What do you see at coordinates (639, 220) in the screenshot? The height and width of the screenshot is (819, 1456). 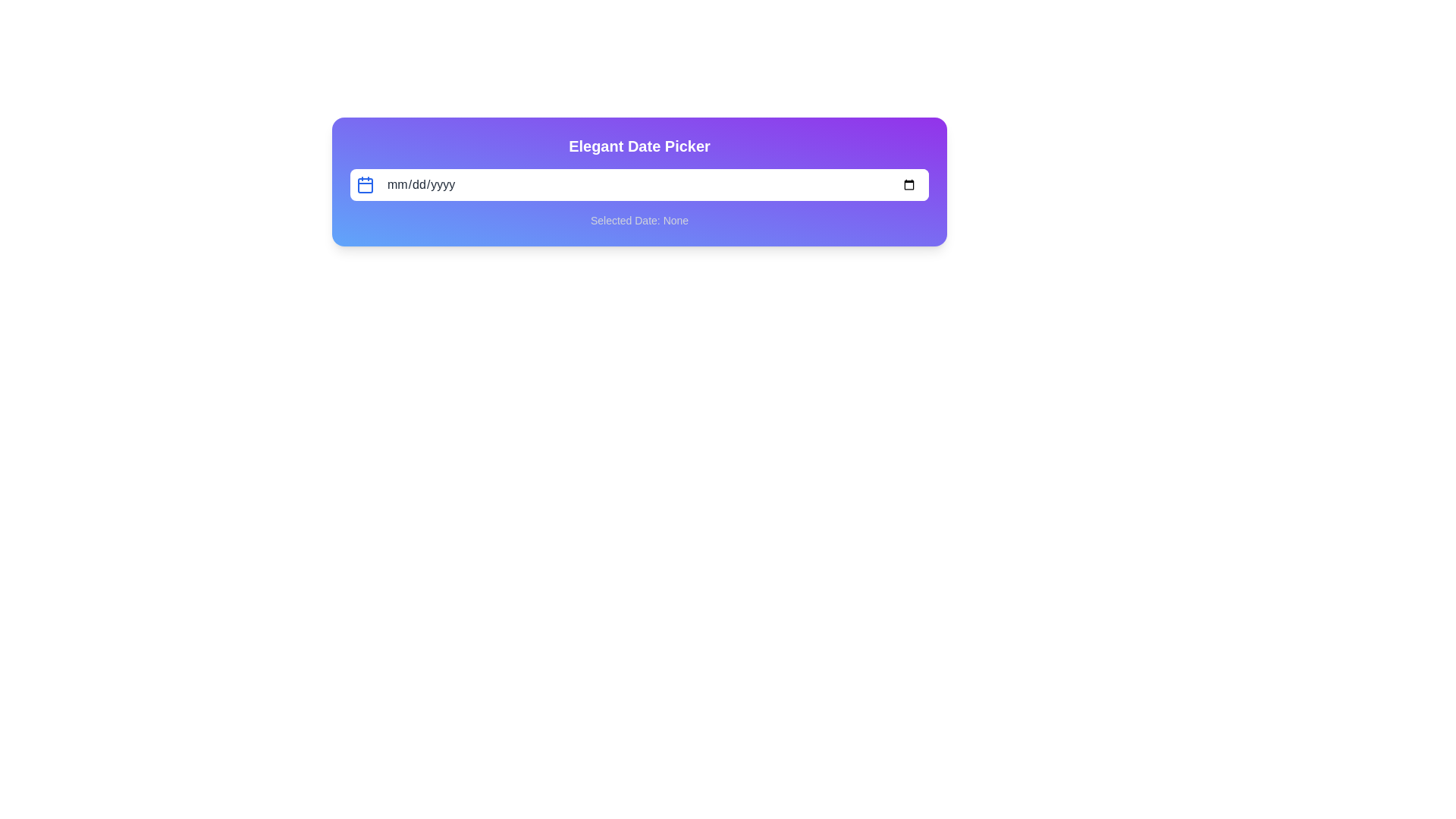 I see `the non-interactive Text label displaying the currently selected date in the 'Elegant Date Picker' section` at bounding box center [639, 220].